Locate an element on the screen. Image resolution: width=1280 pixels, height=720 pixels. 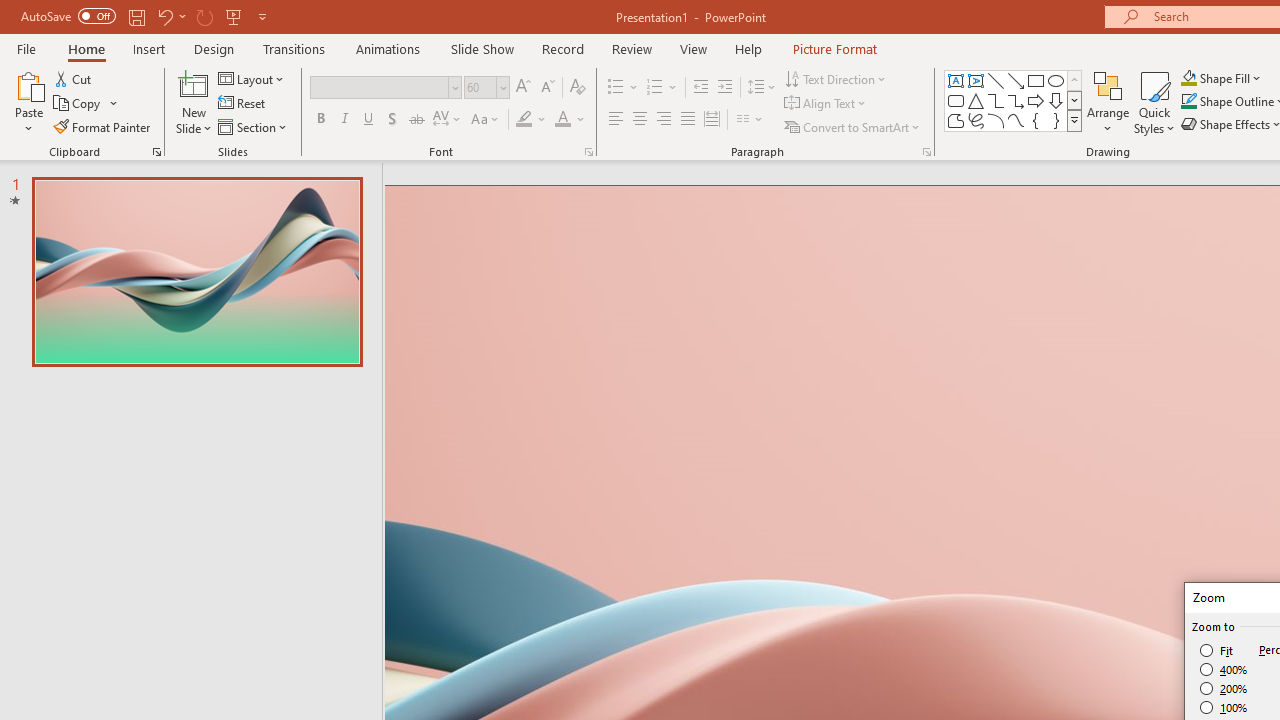
'AutomationID: ShapesInsertGallery' is located at coordinates (1014, 100).